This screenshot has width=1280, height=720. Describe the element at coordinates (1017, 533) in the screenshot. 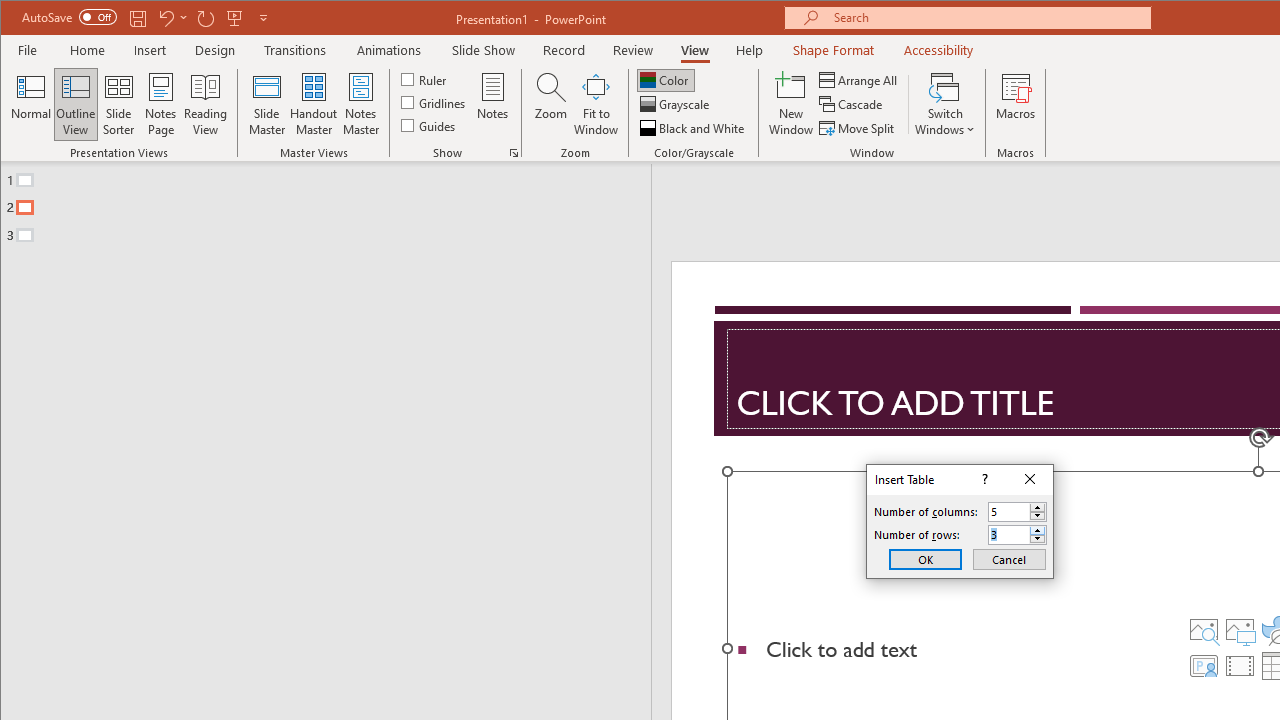

I see `'Number of rows'` at that location.